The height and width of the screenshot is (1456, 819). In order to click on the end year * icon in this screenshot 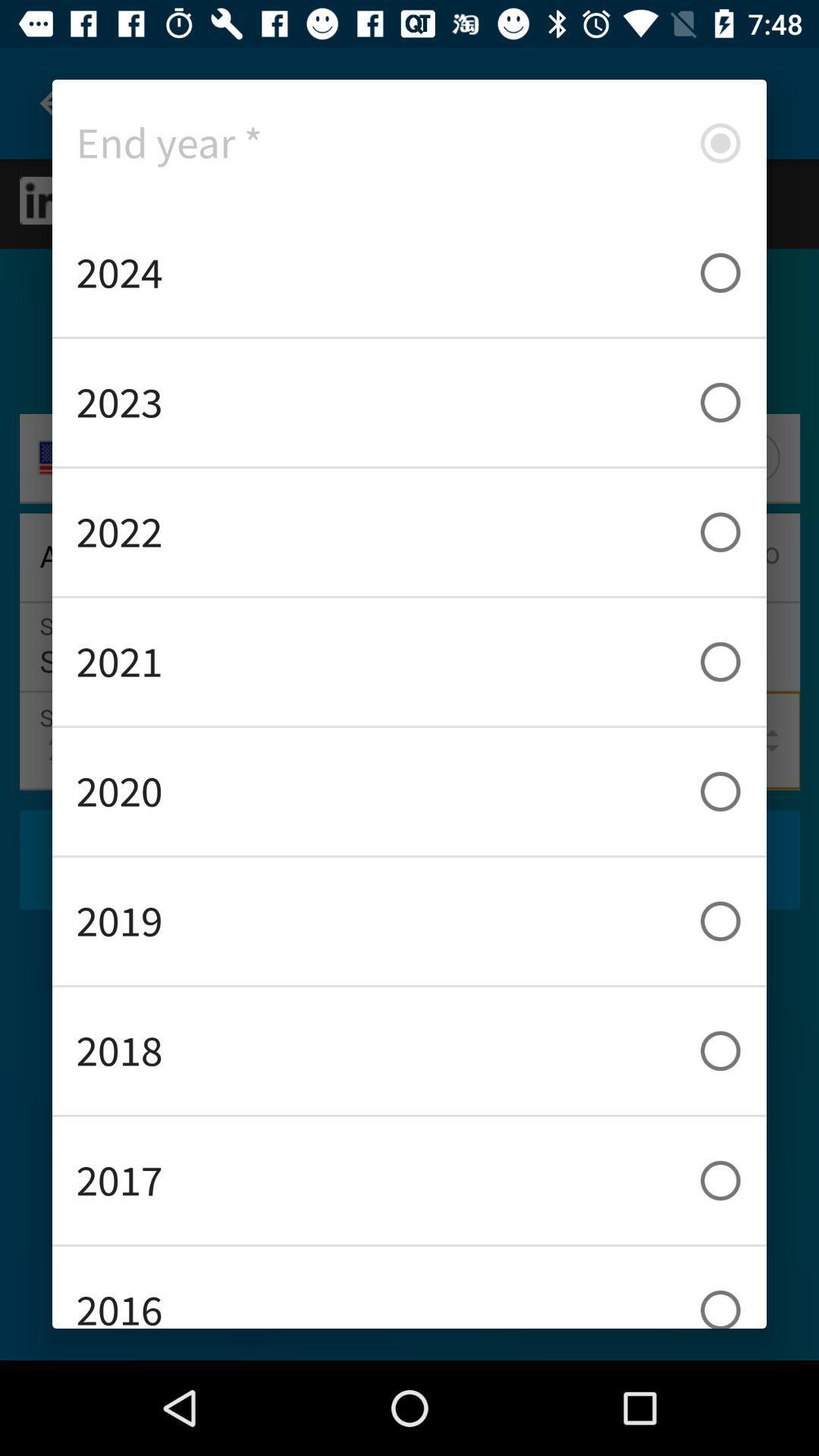, I will do `click(409, 143)`.